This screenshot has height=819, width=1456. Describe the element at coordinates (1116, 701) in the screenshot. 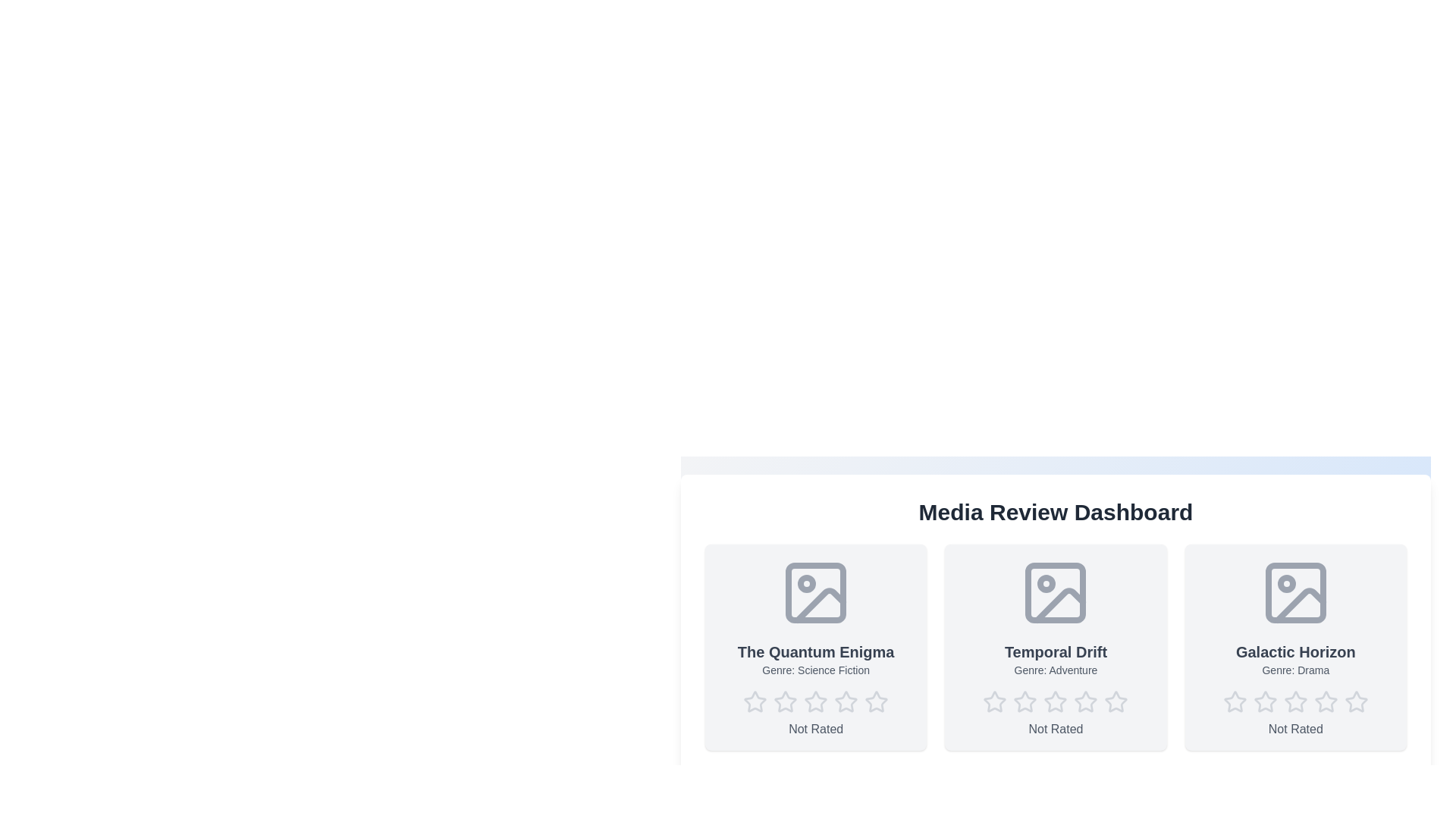

I see `the star corresponding to the desired rating 5 for the media item Temporal Drift` at that location.